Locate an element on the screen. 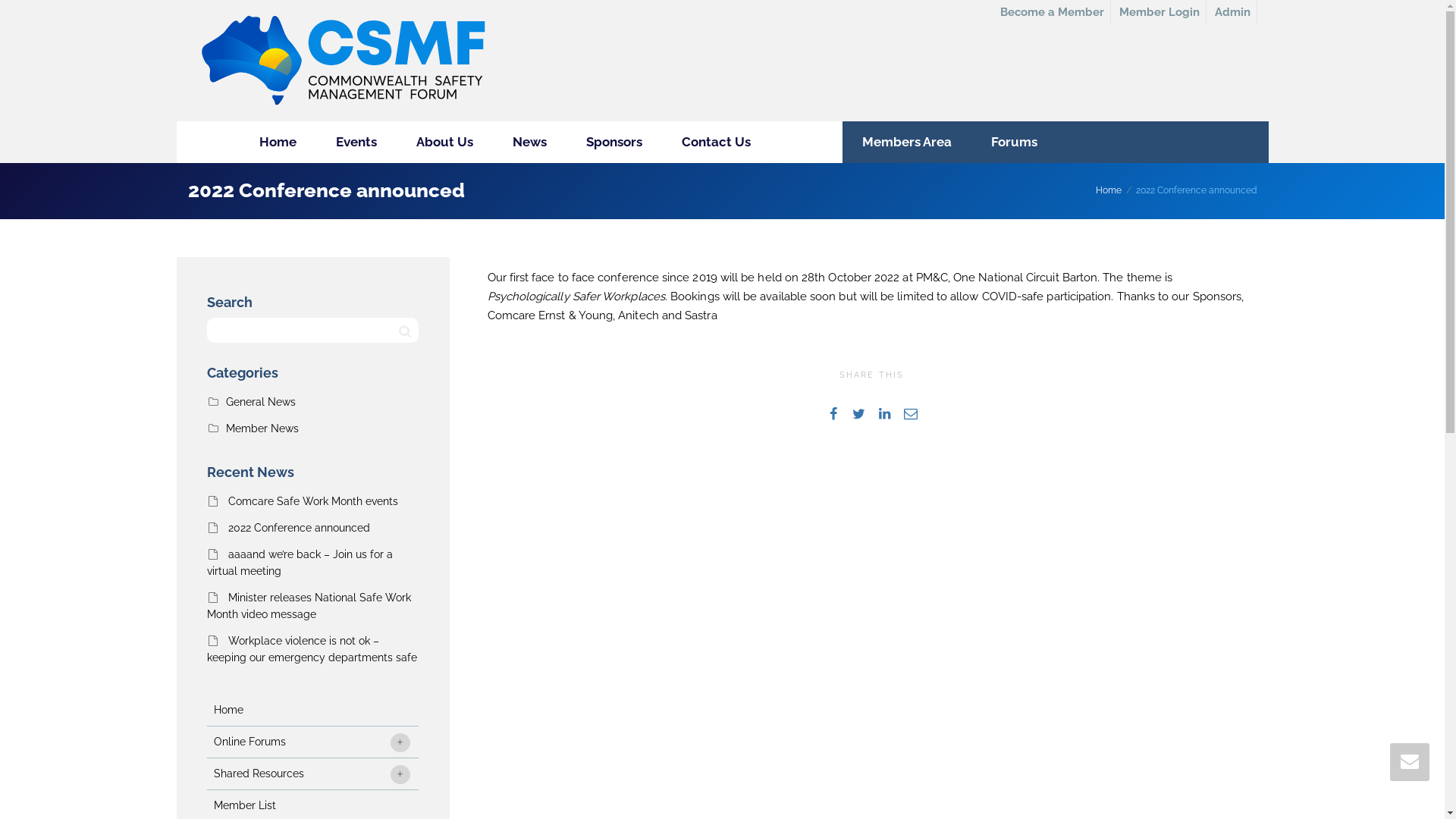 The width and height of the screenshot is (1456, 819). 'Home' is located at coordinates (278, 142).